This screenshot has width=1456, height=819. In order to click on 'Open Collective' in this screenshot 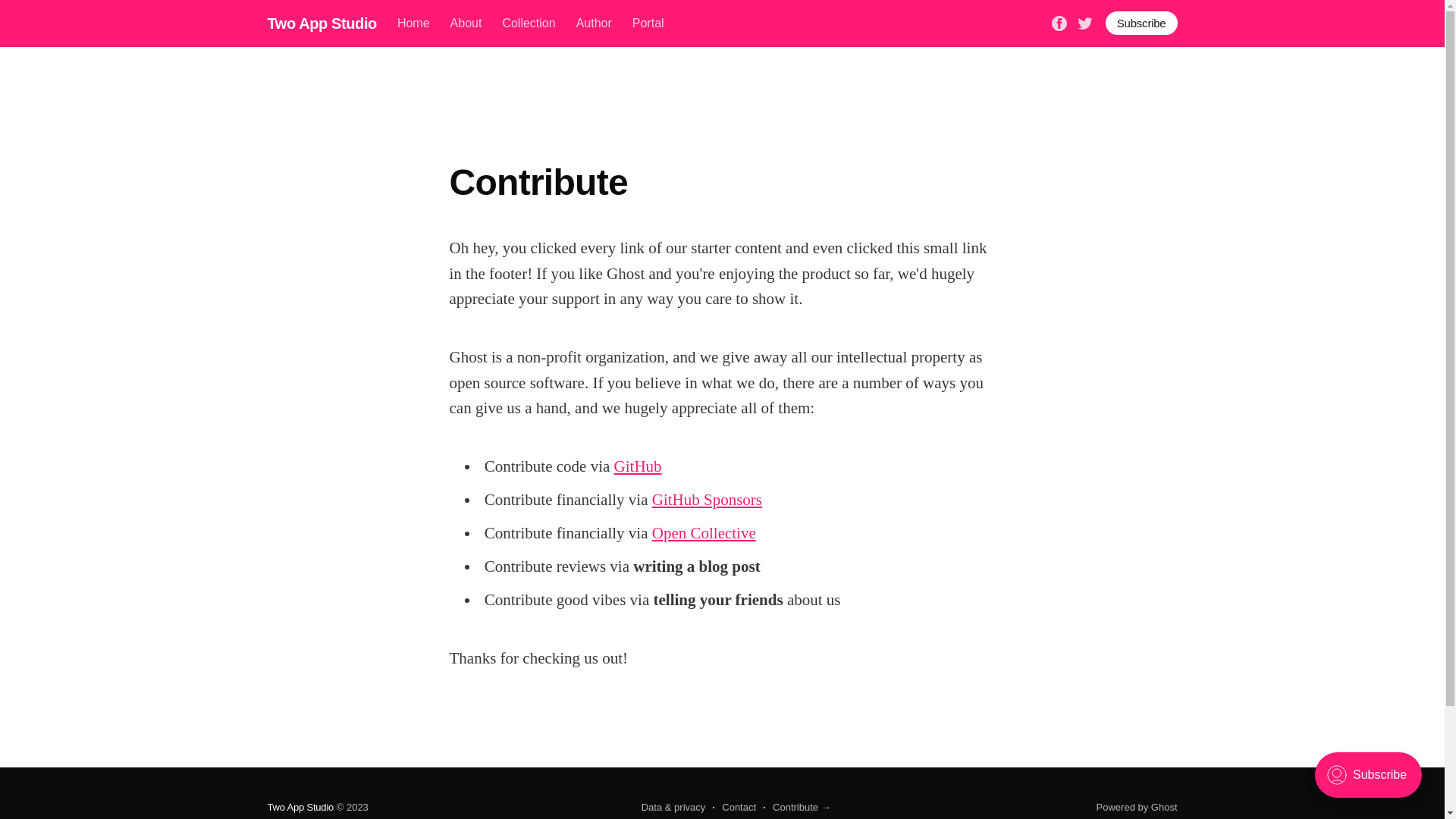, I will do `click(703, 532)`.